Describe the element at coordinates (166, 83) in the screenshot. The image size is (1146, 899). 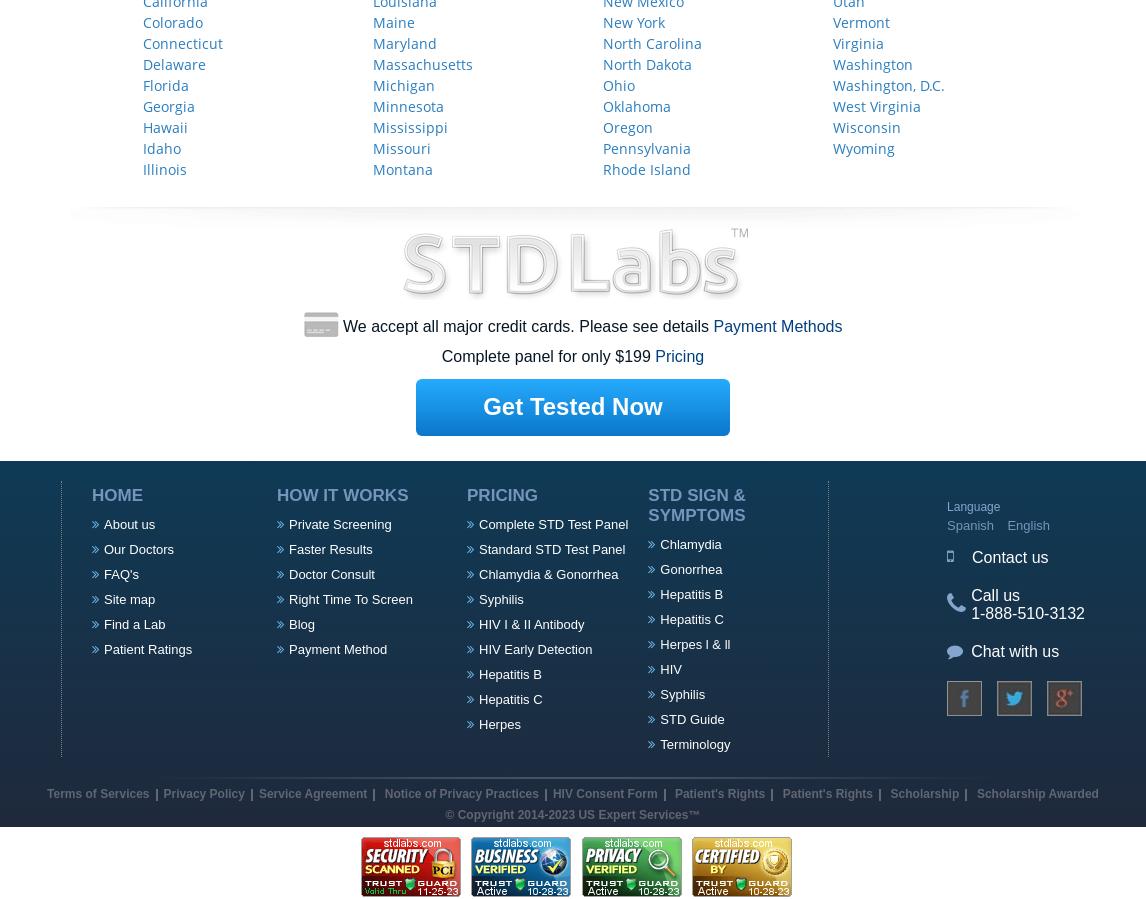
I see `'Florida'` at that location.